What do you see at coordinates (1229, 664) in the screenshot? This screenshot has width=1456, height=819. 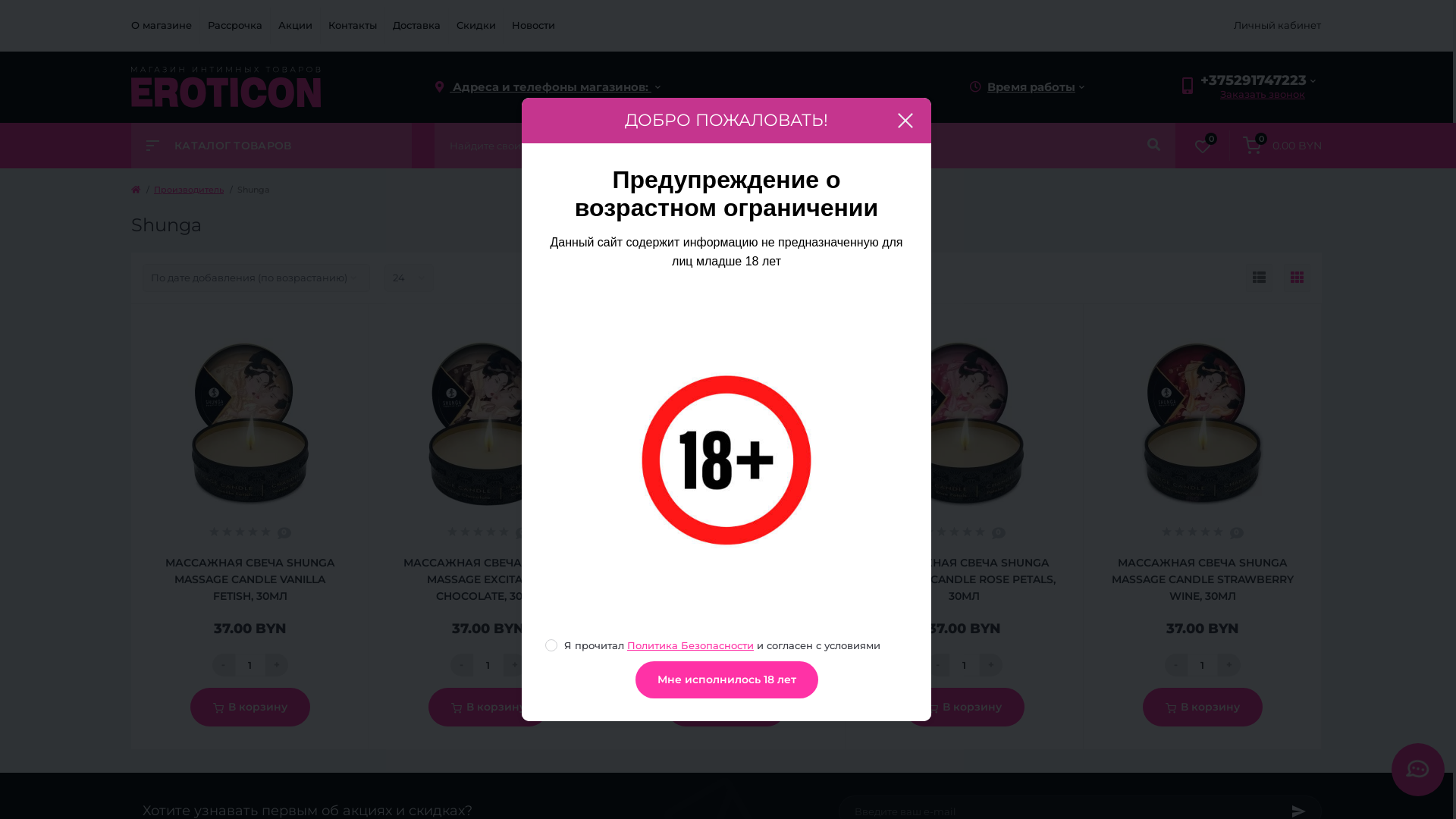 I see `'+'` at bounding box center [1229, 664].